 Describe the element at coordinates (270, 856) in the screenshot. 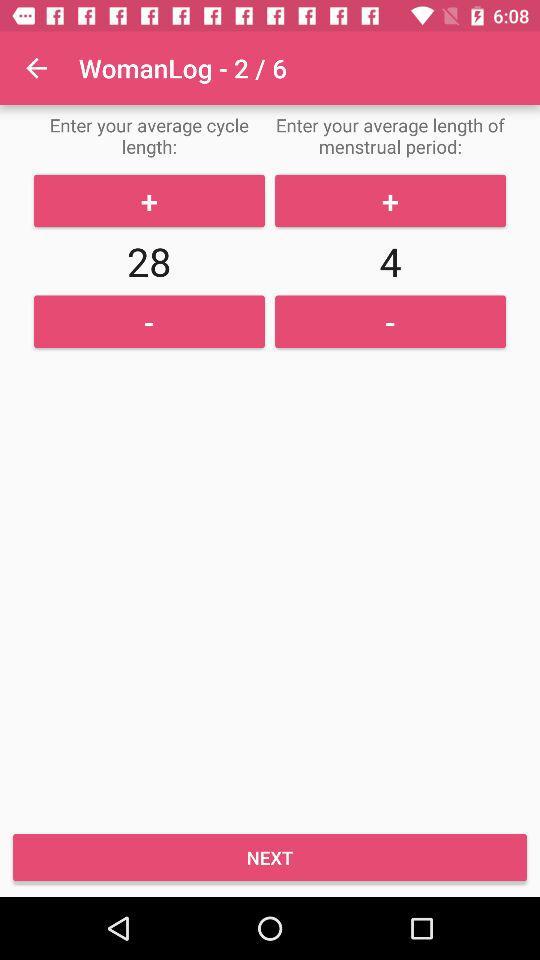

I see `last button` at that location.